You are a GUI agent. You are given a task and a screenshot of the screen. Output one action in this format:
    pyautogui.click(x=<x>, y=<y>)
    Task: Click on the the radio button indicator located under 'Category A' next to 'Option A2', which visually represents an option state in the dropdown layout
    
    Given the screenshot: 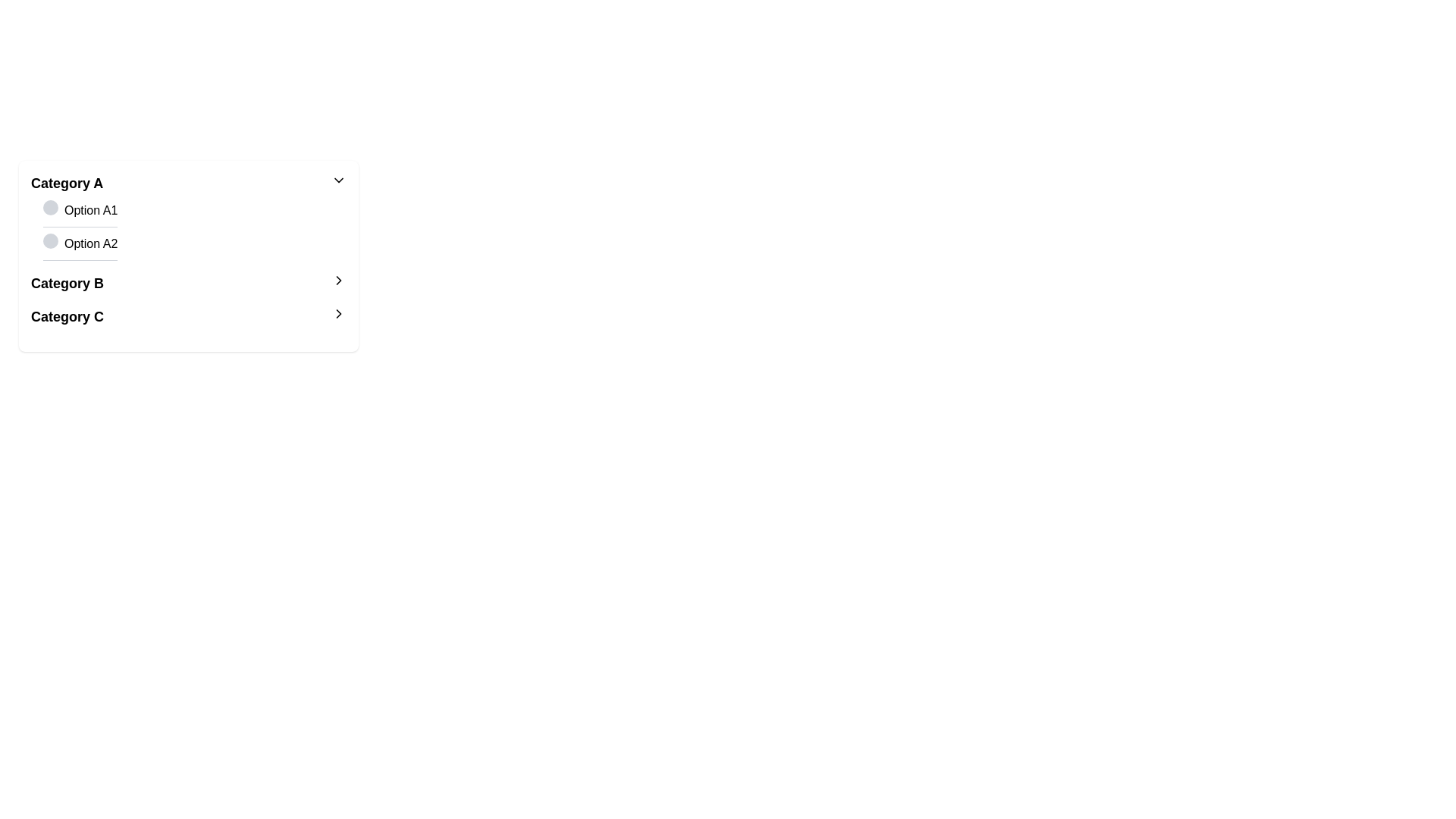 What is the action you would take?
    pyautogui.click(x=51, y=240)
    